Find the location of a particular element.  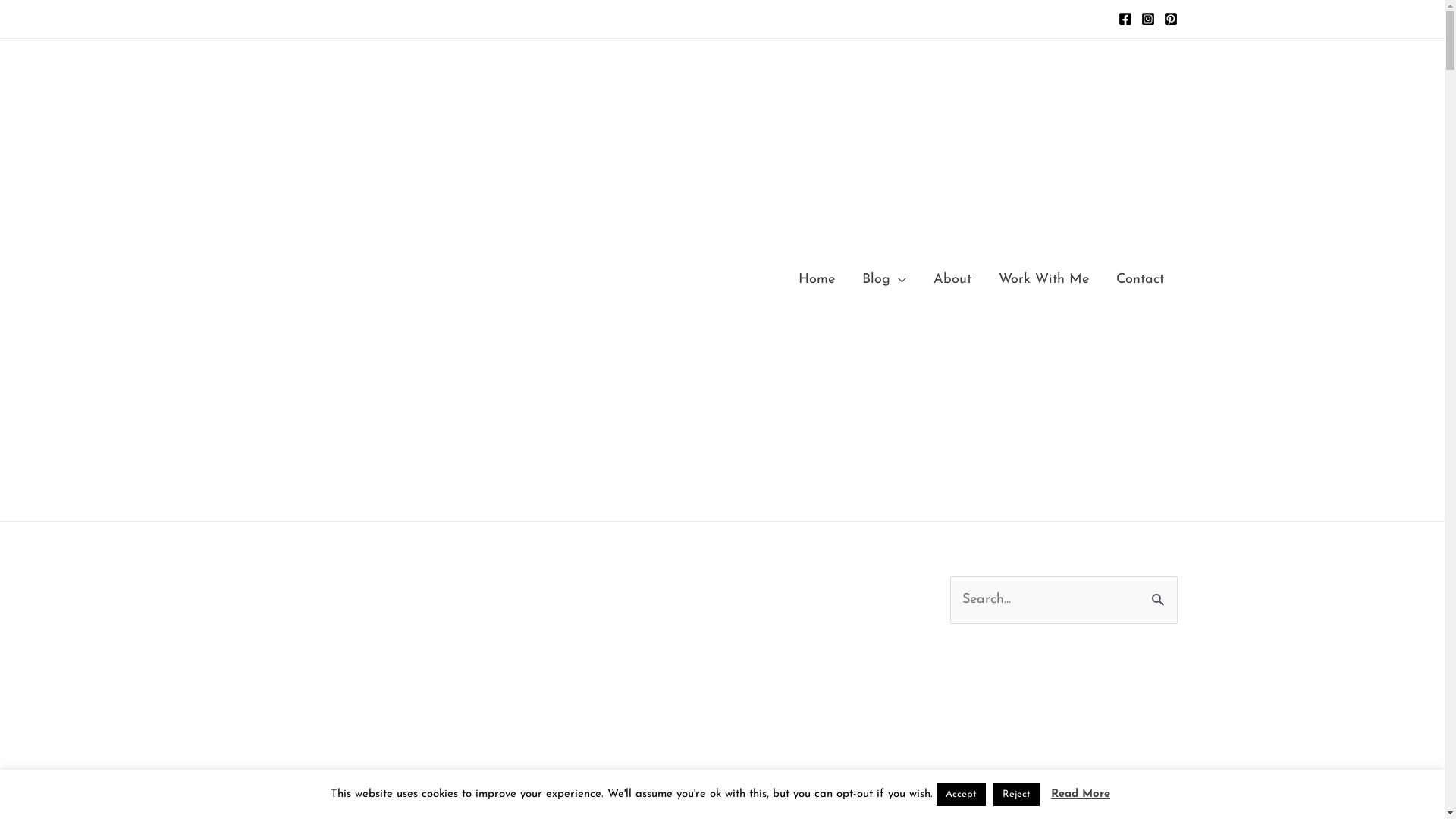

'Contact' is located at coordinates (1140, 280).